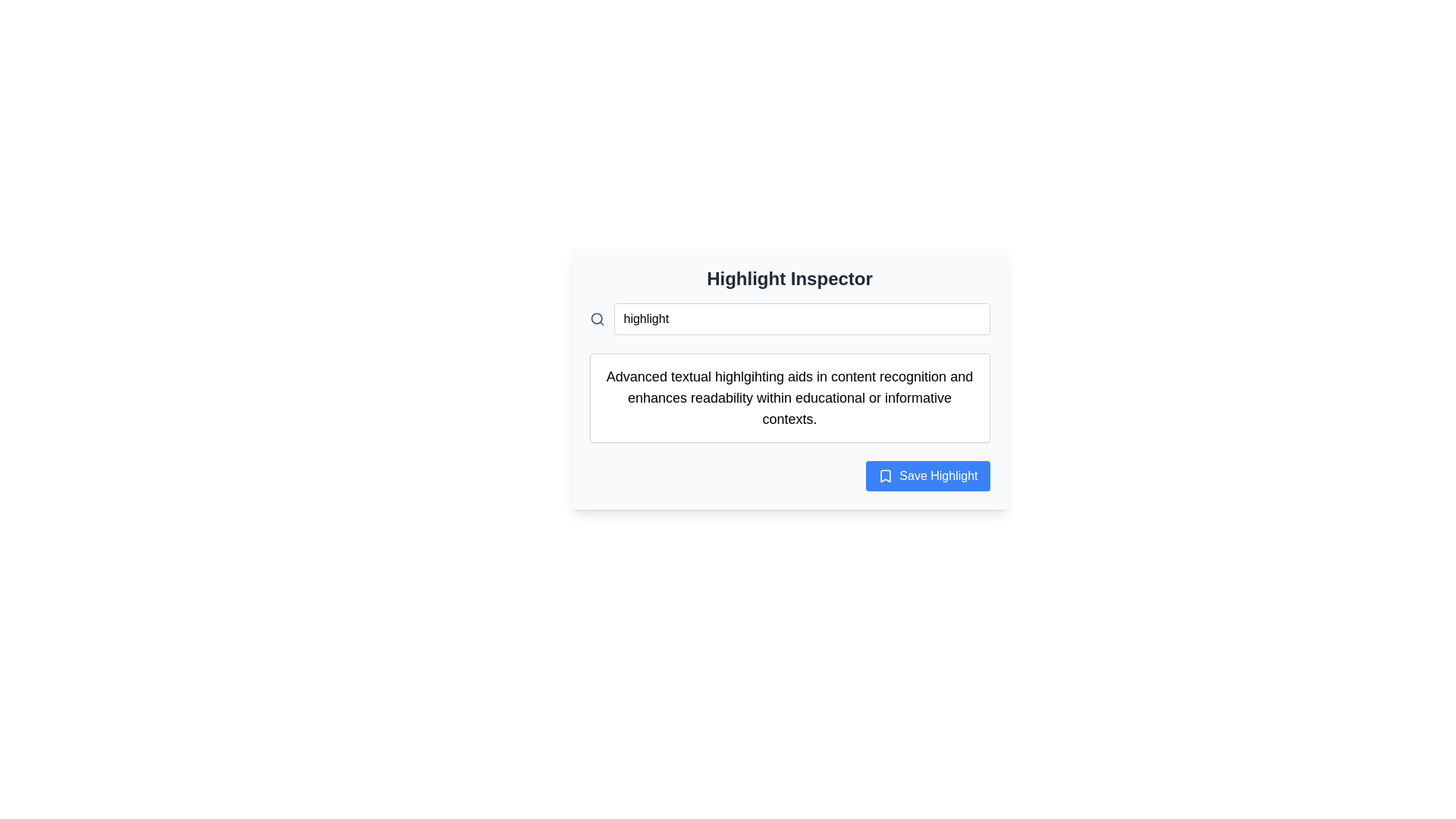 The width and height of the screenshot is (1456, 819). What do you see at coordinates (927, 475) in the screenshot?
I see `the save button located at the bottom right of the enclosing card` at bounding box center [927, 475].